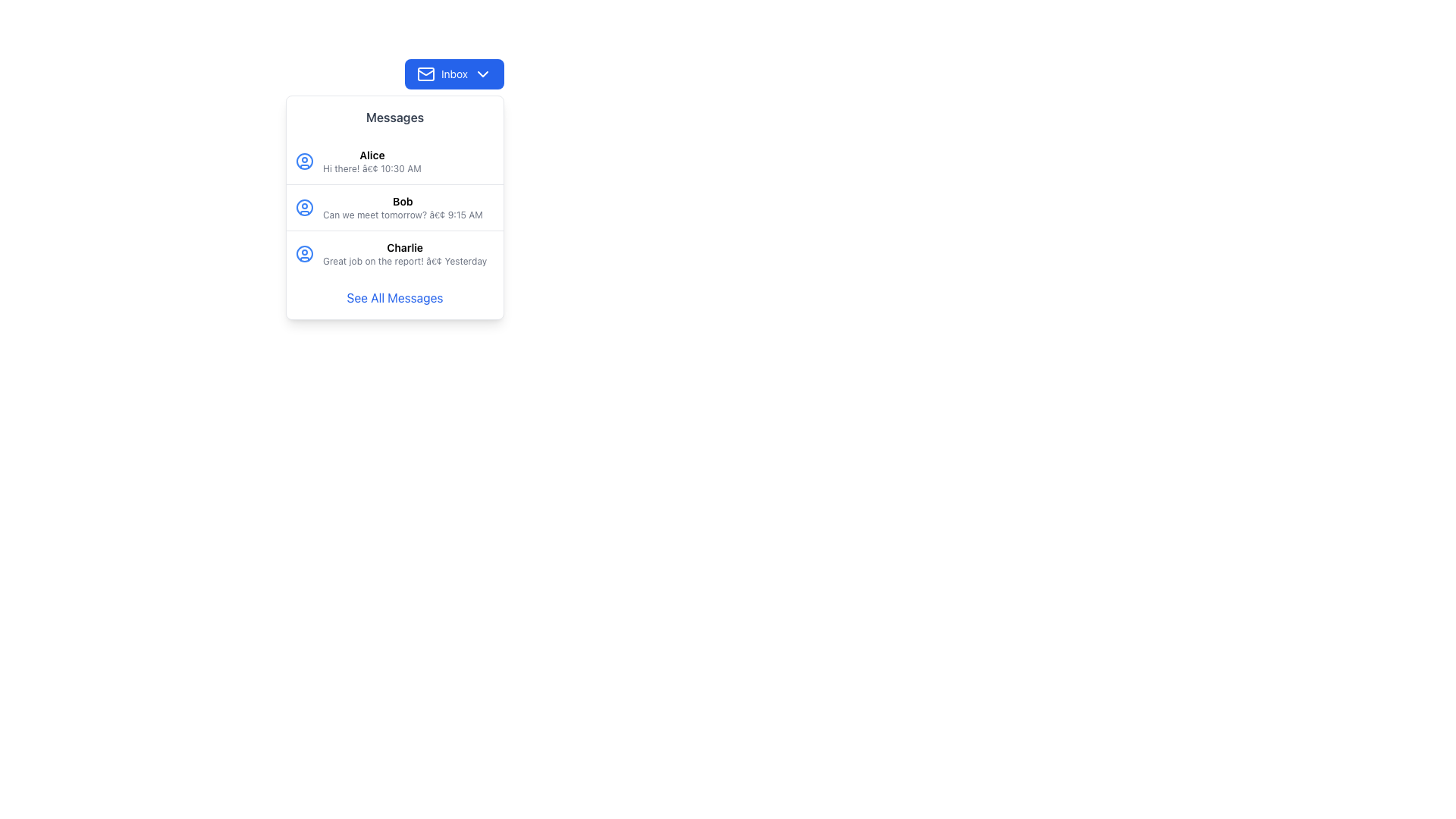 This screenshot has height=819, width=1456. Describe the element at coordinates (405, 247) in the screenshot. I see `the text label displaying the name 'Charlie', which is part of a messaging list interface and positioned in the third message slot` at that location.